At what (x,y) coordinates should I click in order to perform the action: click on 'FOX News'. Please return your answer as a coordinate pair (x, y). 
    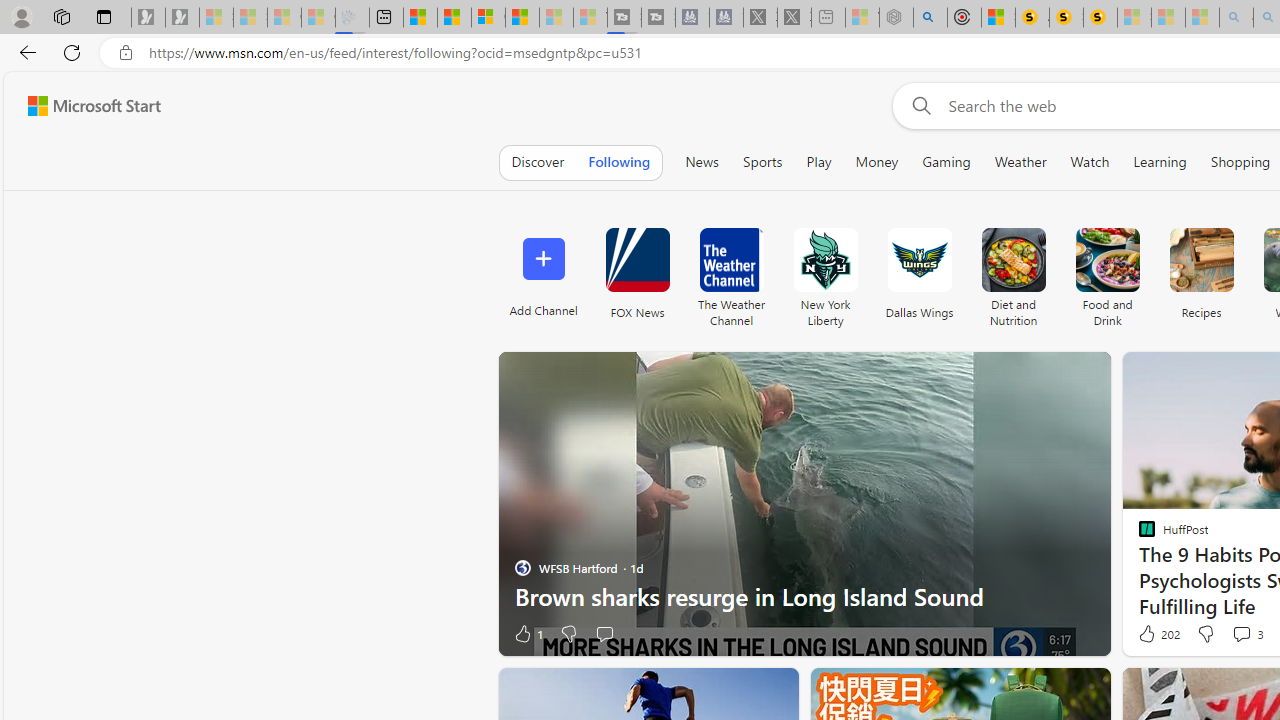
    Looking at the image, I should click on (636, 259).